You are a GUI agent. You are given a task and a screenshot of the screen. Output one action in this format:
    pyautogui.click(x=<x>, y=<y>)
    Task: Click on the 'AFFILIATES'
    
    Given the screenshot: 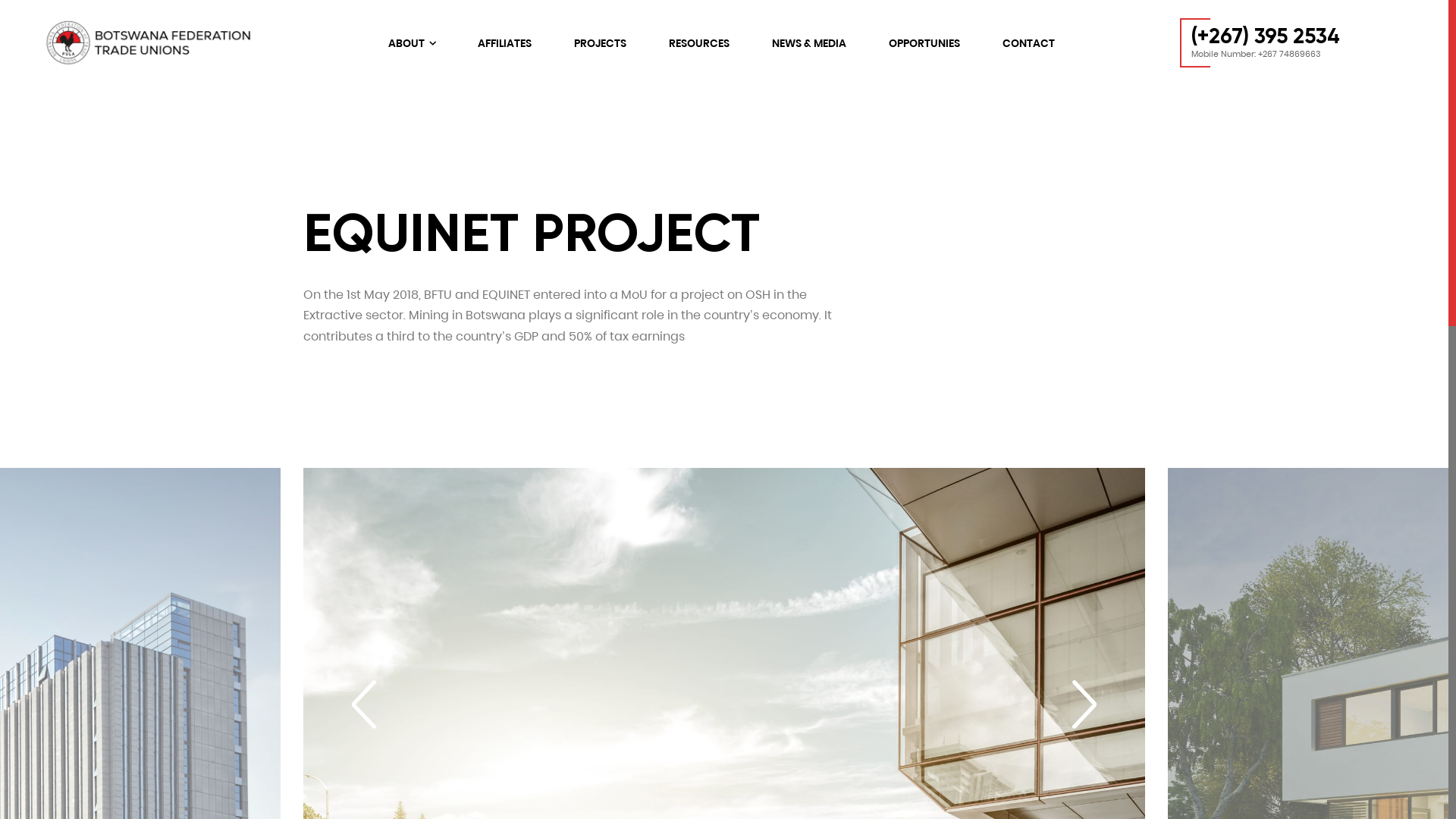 What is the action you would take?
    pyautogui.click(x=504, y=42)
    